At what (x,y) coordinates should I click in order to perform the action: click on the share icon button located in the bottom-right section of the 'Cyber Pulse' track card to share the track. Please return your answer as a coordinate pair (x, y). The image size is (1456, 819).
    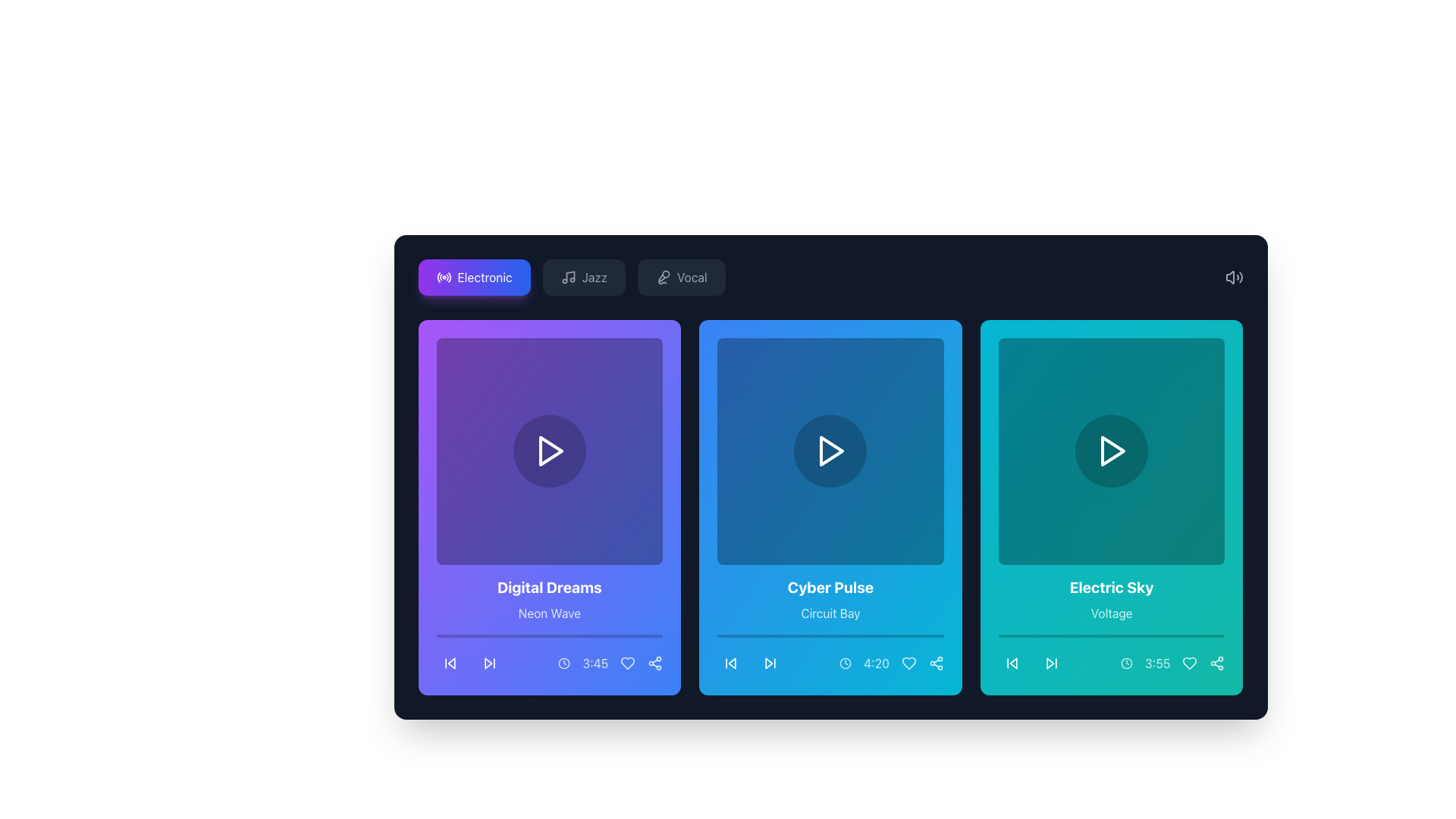
    Looking at the image, I should click on (935, 662).